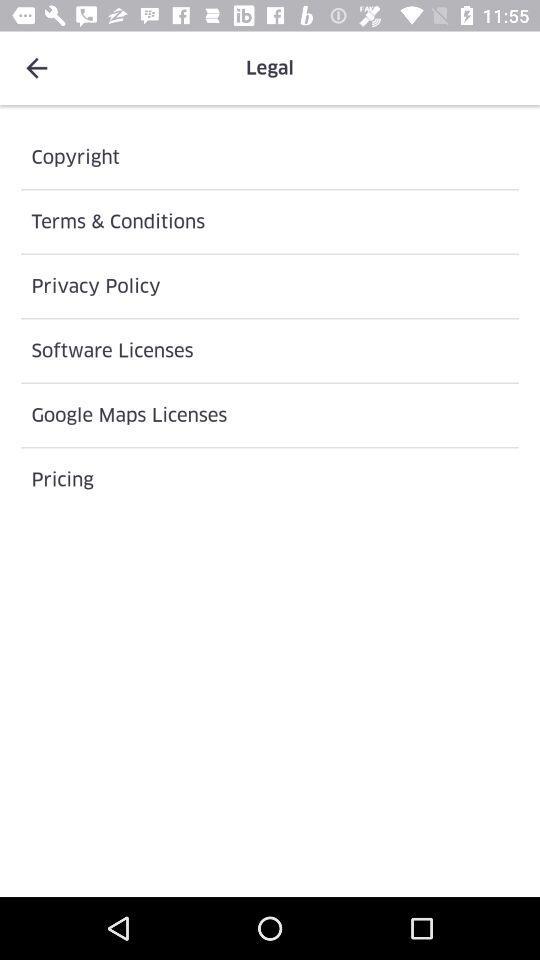 Image resolution: width=540 pixels, height=960 pixels. Describe the element at coordinates (36, 68) in the screenshot. I see `icon at the top left corner` at that location.